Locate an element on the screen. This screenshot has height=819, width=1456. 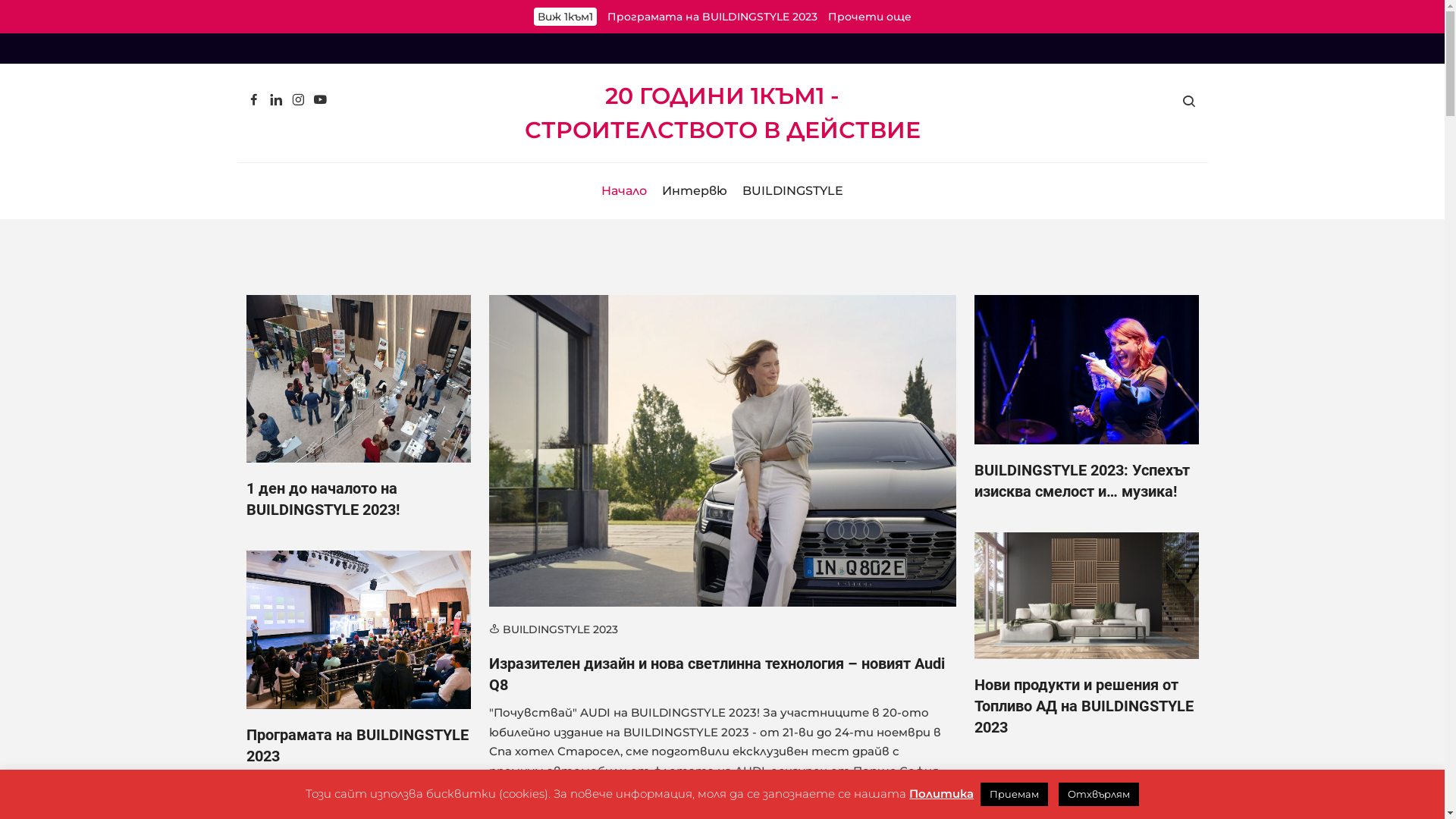
'BUILDINGSTYLE' is located at coordinates (742, 190).